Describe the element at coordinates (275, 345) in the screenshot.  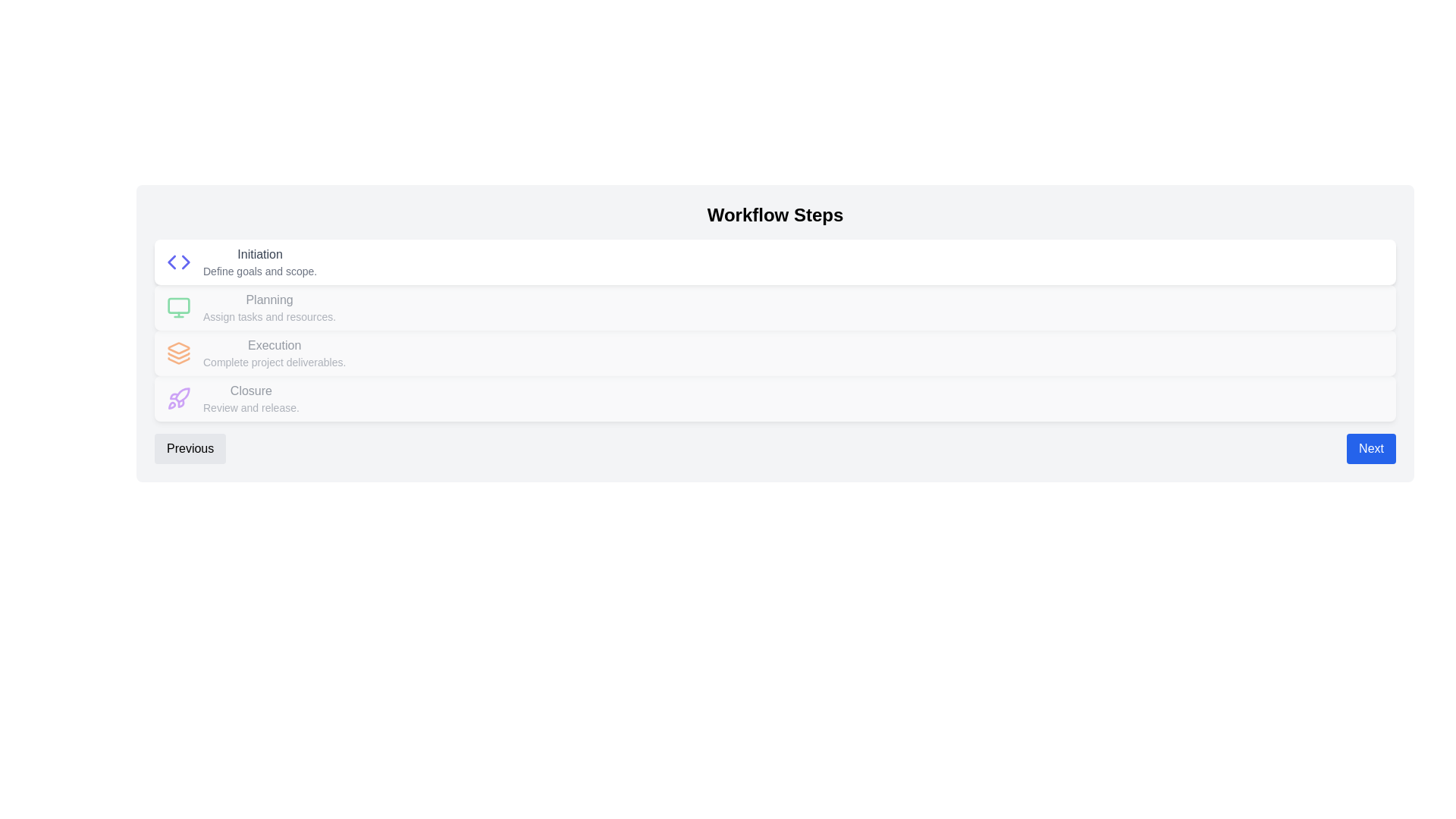
I see `the 'Execution' phase text label within the 'Workflow Steps' list, located between 'Planning' and 'Closure', which indicates the current phase of the workflow` at that location.